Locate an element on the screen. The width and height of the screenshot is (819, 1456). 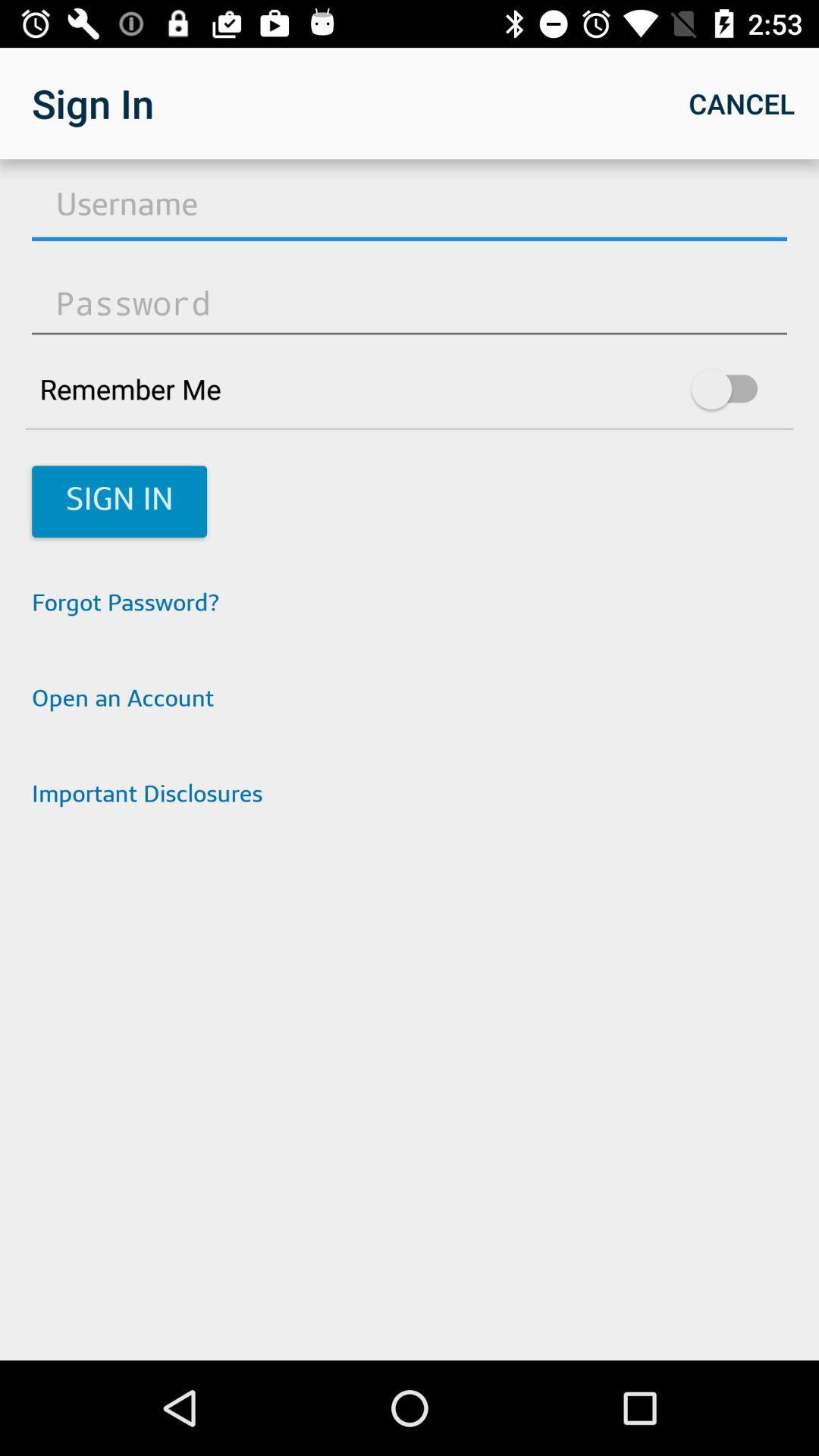
cancel icon is located at coordinates (741, 102).